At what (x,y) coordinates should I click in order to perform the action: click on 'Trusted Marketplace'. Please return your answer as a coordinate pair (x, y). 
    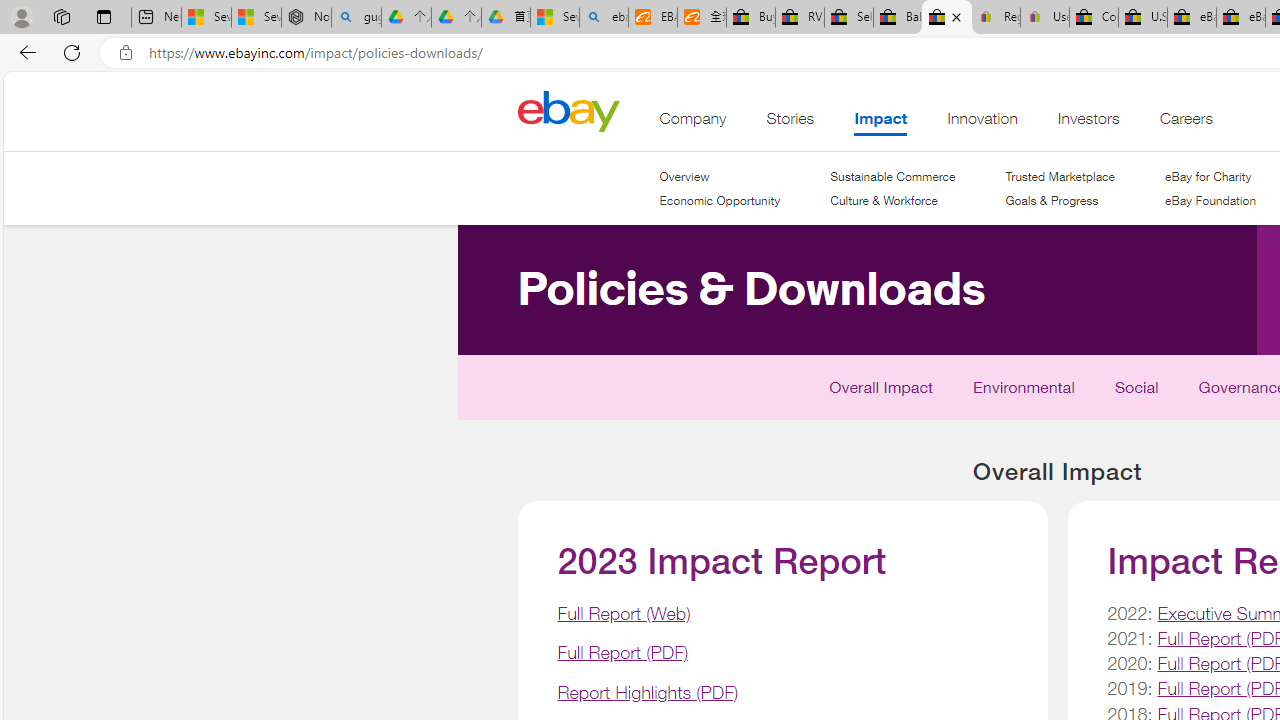
    Looking at the image, I should click on (1058, 175).